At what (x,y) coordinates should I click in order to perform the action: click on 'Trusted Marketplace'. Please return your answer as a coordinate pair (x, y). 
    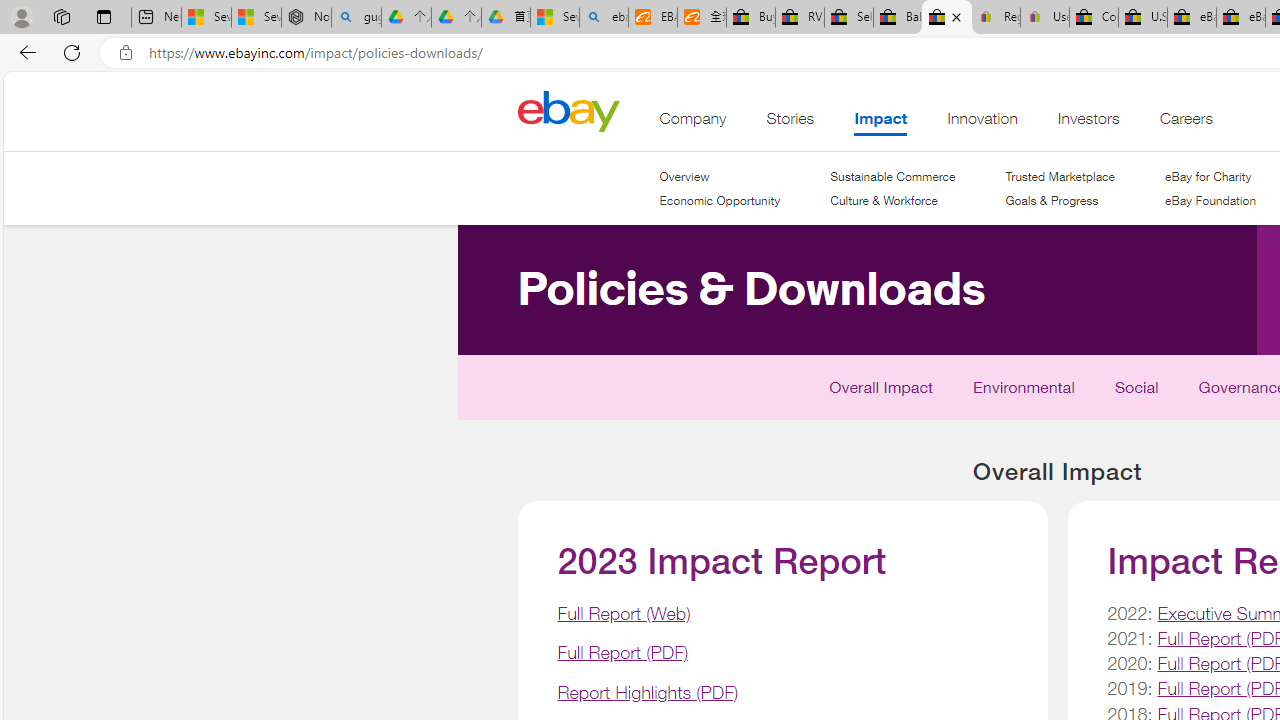
    Looking at the image, I should click on (1058, 175).